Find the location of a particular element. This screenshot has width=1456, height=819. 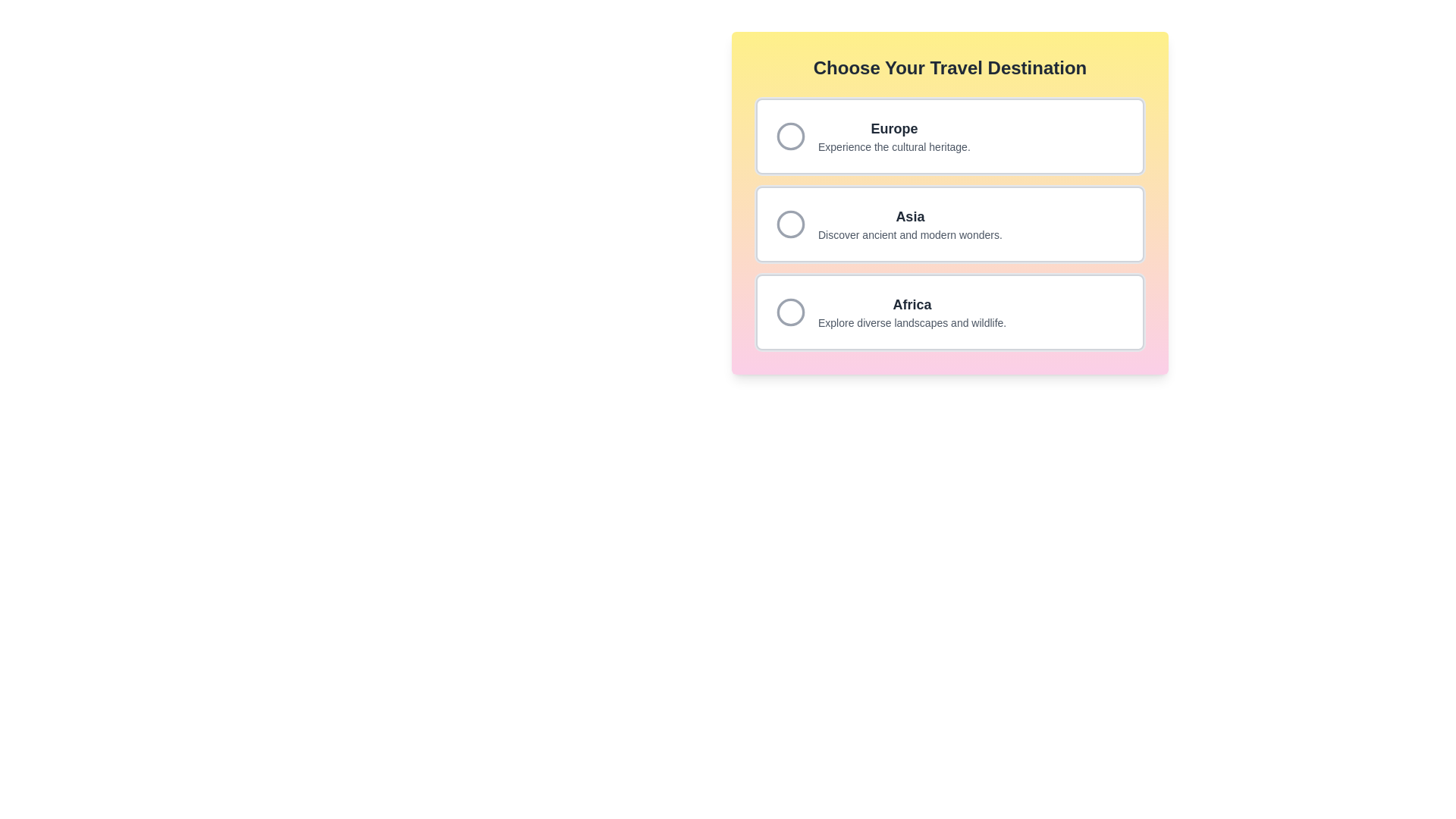

the selected radio button for 'Asia' in the 'Choose Your Travel Destination' list is located at coordinates (789, 224).